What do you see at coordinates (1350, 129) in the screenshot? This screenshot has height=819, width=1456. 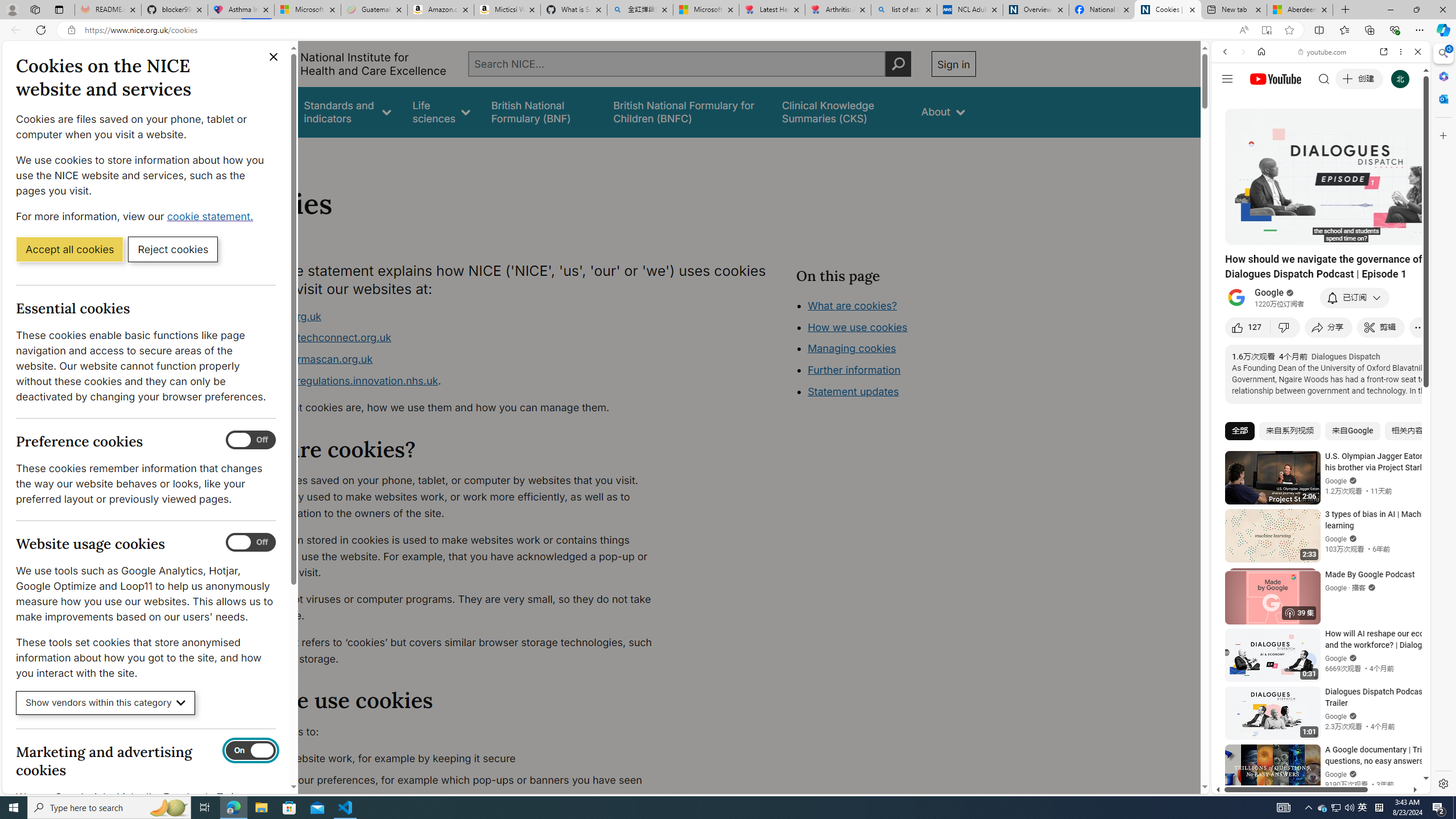 I see `'Search Filter, Search Tools'` at bounding box center [1350, 129].